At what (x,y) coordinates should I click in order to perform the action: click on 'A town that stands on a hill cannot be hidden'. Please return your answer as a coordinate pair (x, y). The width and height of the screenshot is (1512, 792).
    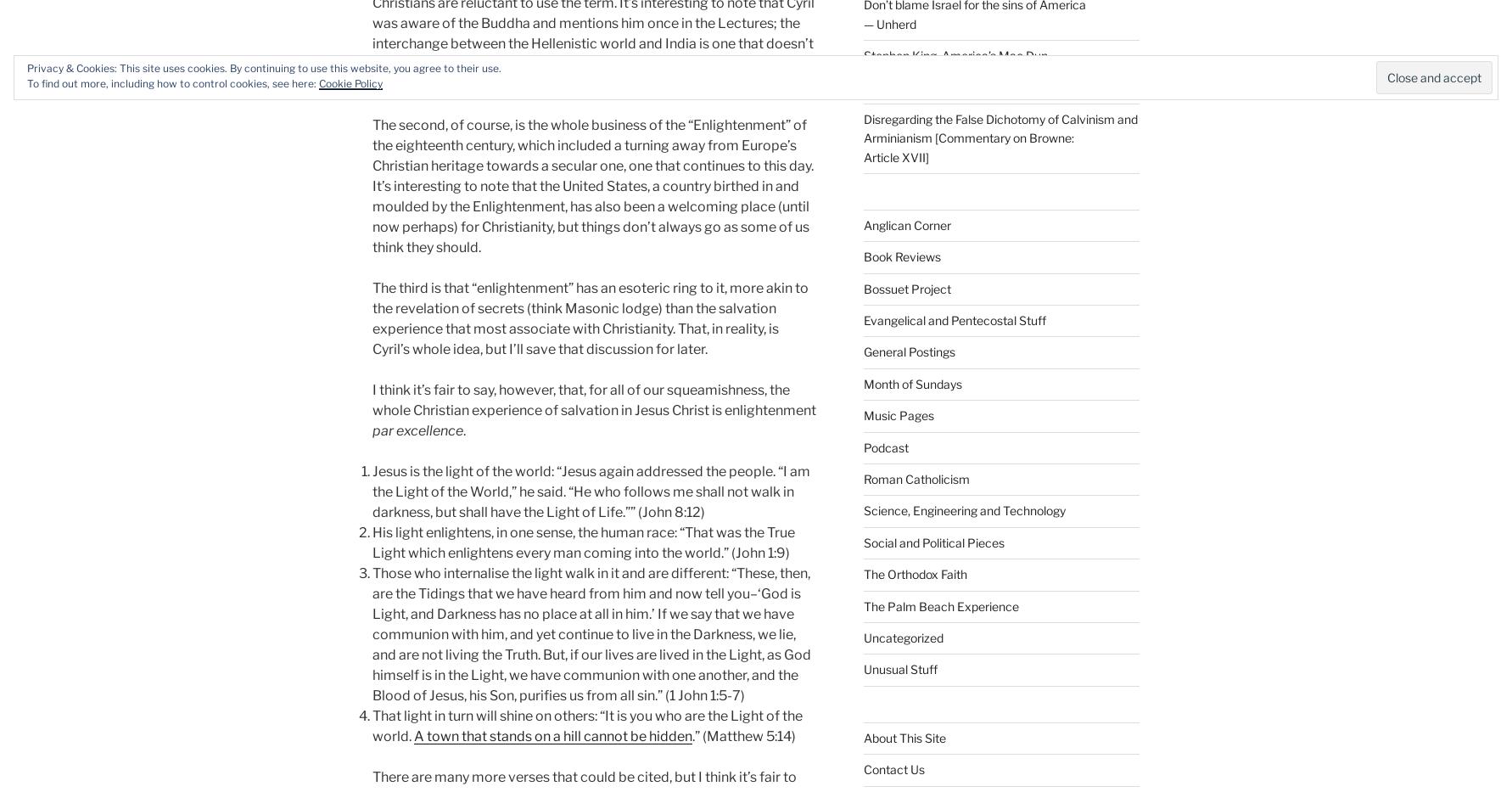
    Looking at the image, I should click on (552, 734).